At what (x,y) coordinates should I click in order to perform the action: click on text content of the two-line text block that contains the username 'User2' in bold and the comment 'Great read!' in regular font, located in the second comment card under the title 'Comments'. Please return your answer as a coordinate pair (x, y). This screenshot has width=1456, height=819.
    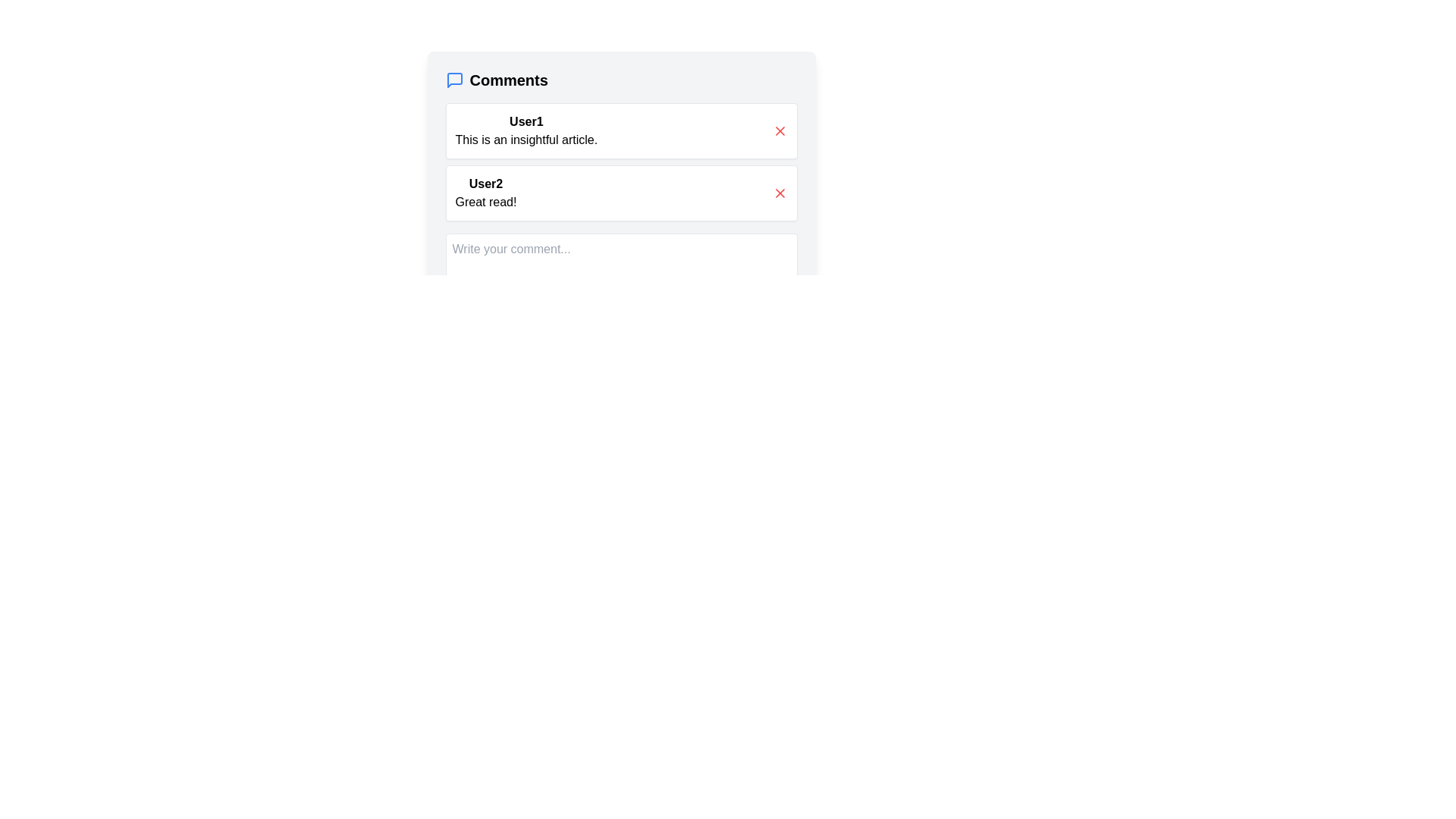
    Looking at the image, I should click on (485, 192).